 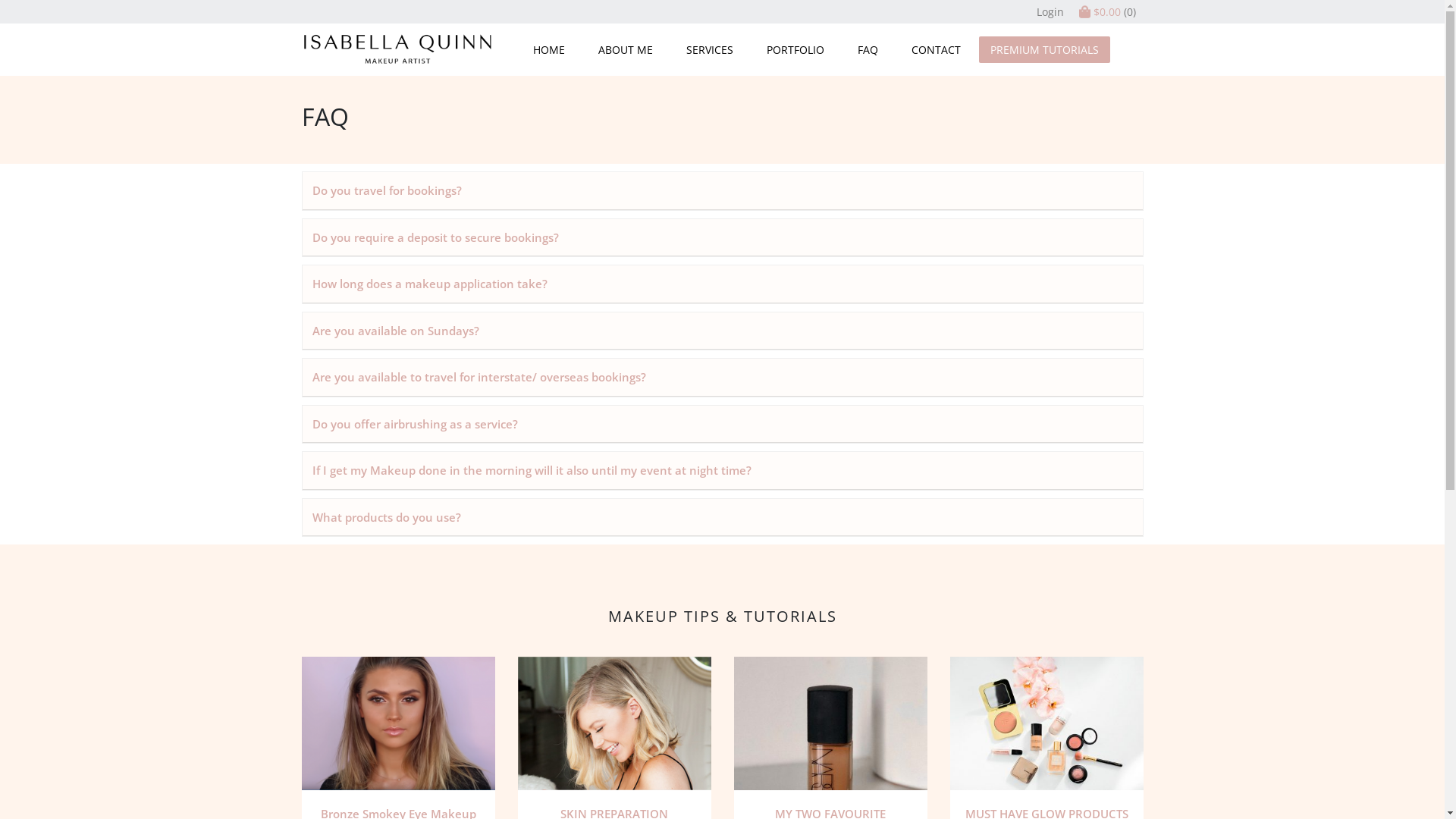 I want to click on '$0.00 (0)', so click(x=1106, y=11).